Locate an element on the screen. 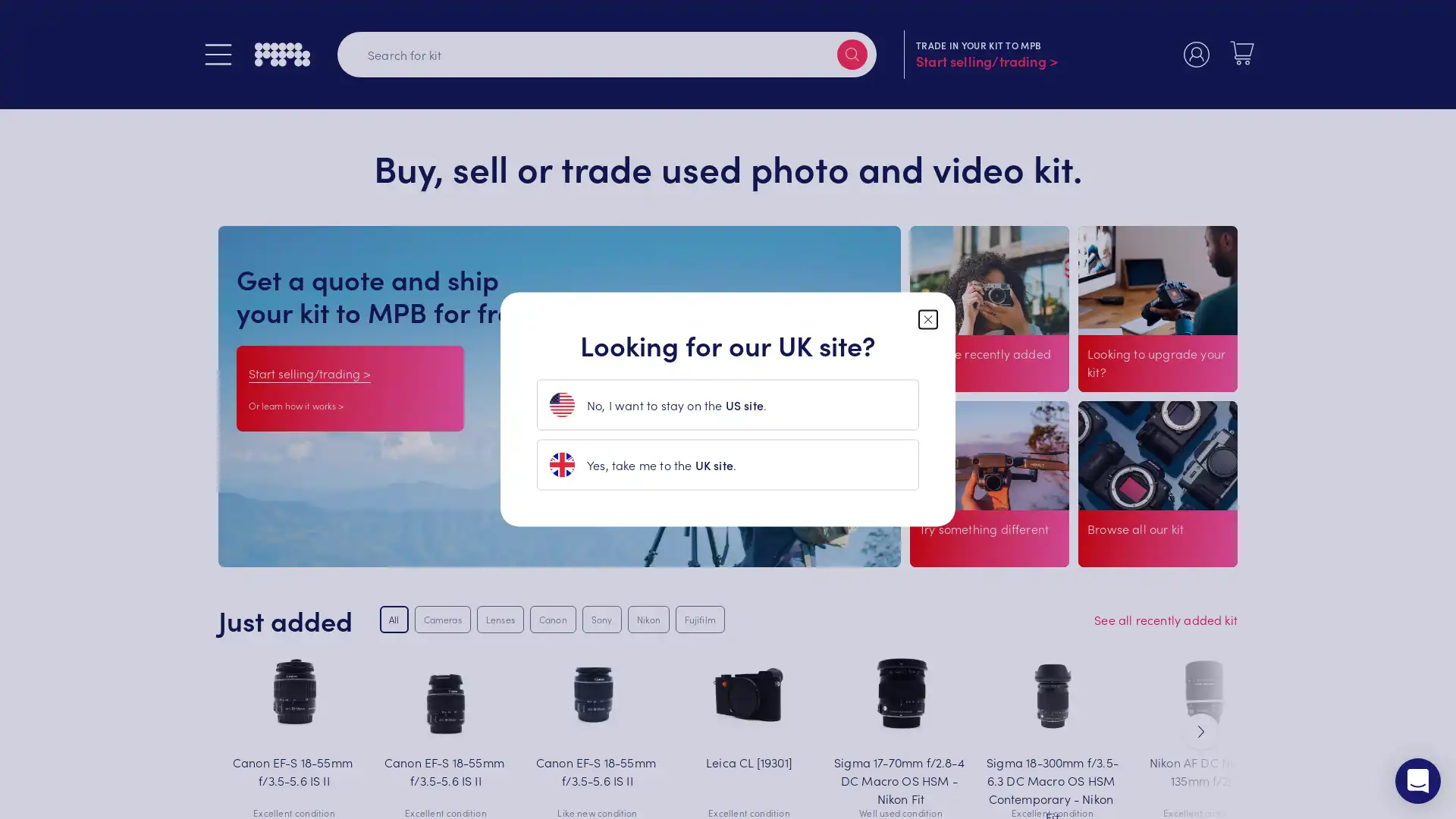 The width and height of the screenshot is (1456, 819). Open Intercom Messenger is located at coordinates (1417, 780).